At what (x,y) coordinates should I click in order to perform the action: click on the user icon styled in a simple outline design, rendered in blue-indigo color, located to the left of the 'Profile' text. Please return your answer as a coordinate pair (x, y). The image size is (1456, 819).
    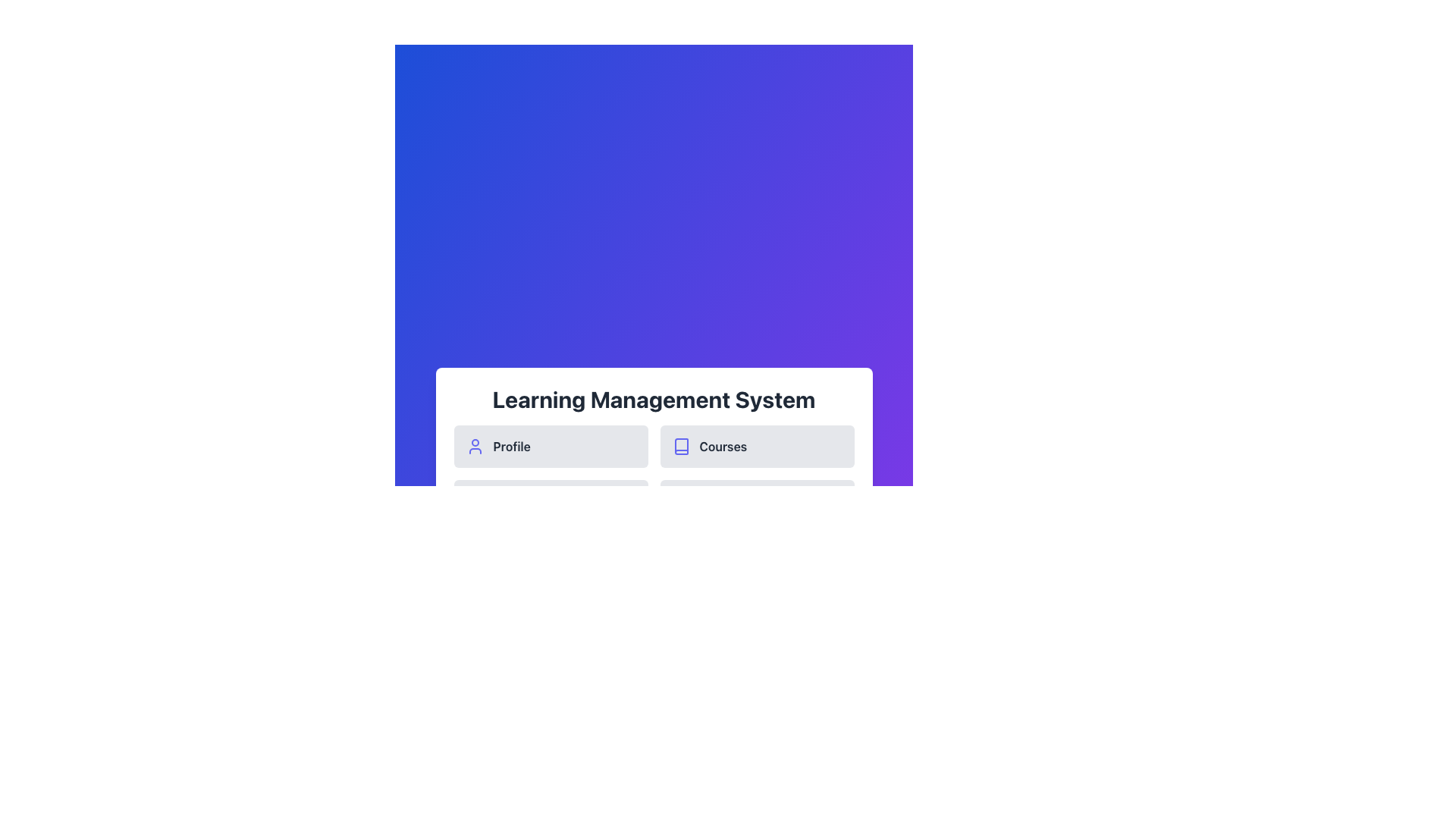
    Looking at the image, I should click on (474, 446).